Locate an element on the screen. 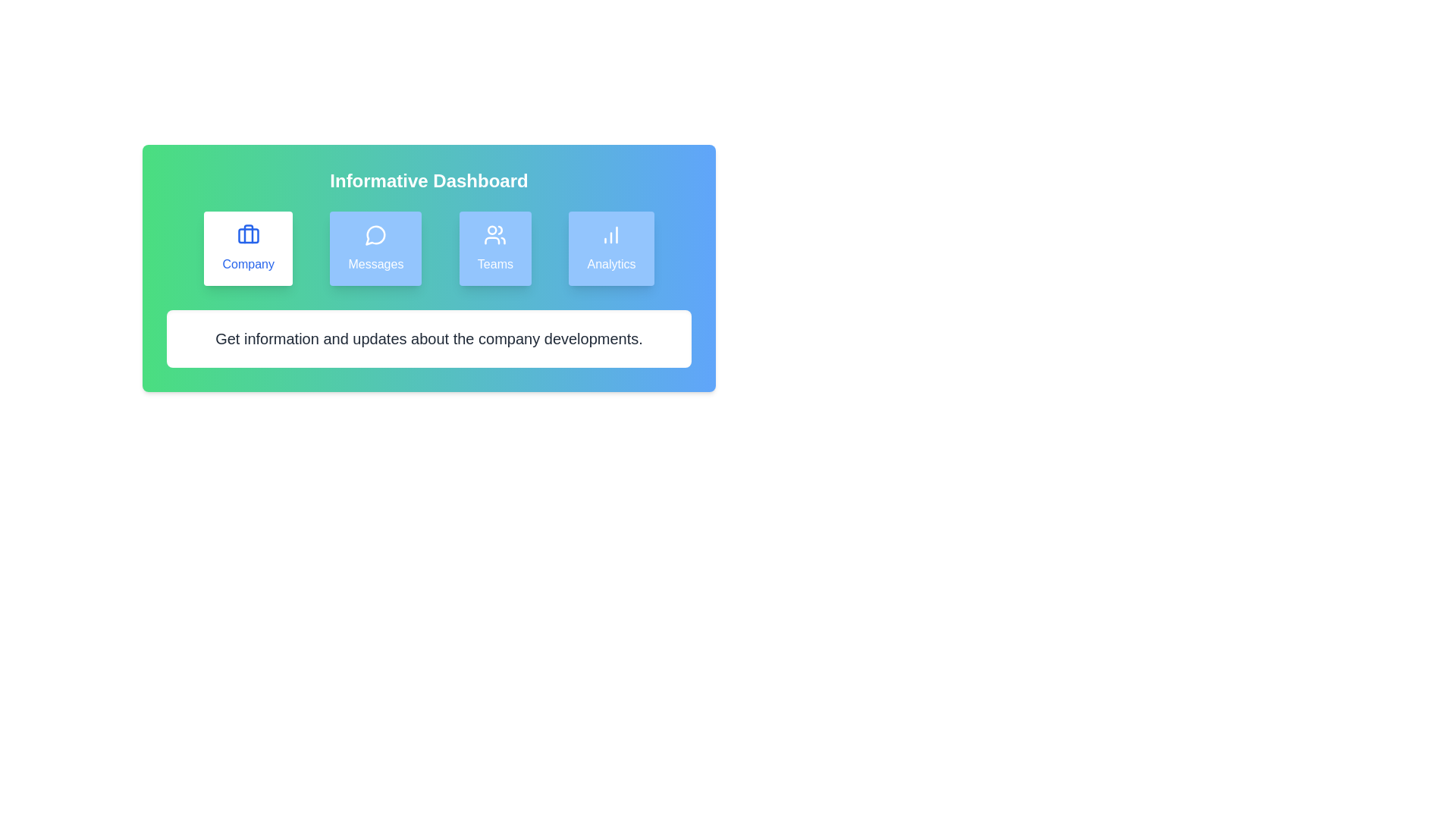  the lower compartment represented by the rounded rectangular SVG shape within the briefcase icon, which is the first icon on the dashboard is located at coordinates (248, 236).